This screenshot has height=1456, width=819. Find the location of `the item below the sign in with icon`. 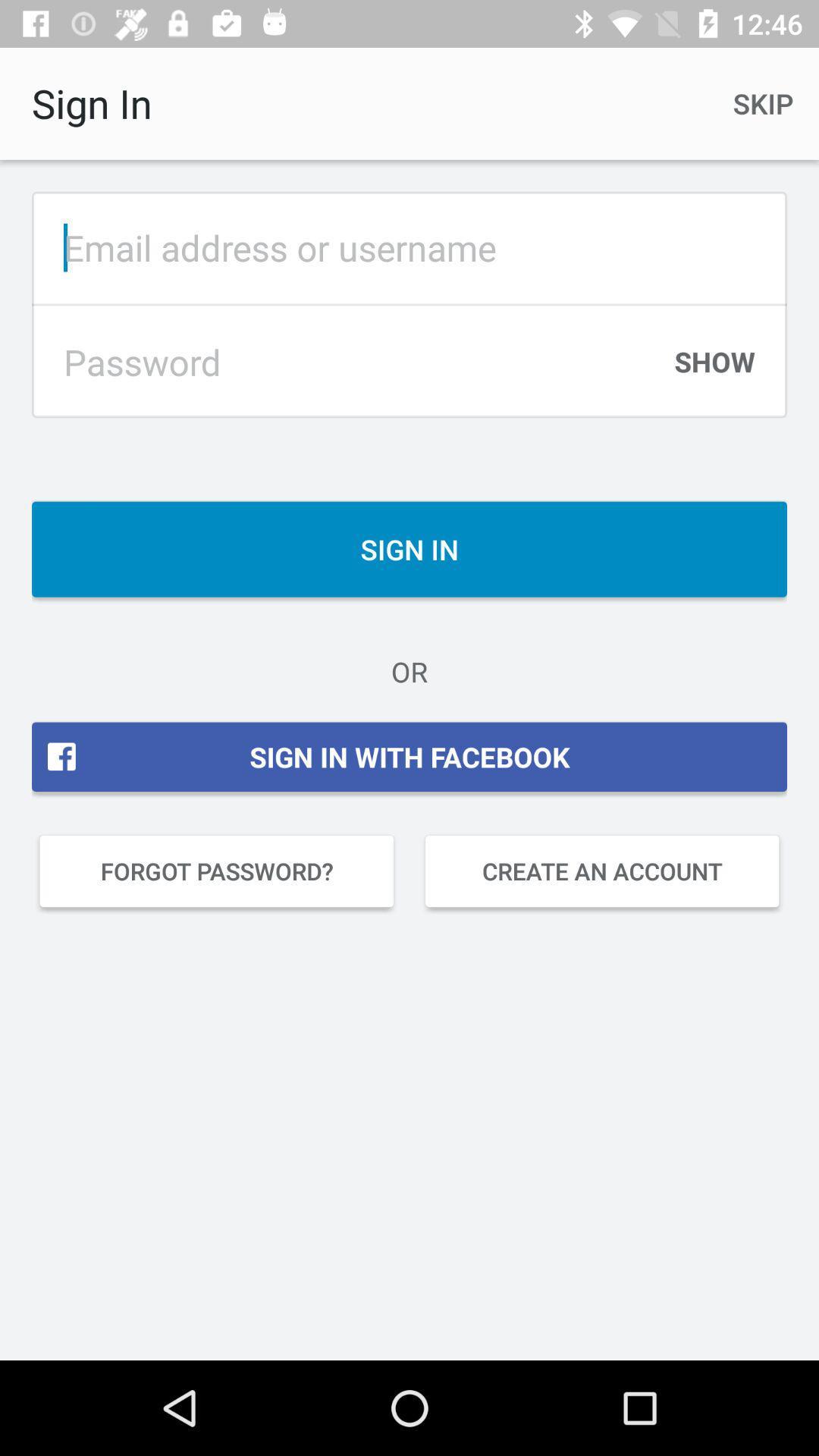

the item below the sign in with icon is located at coordinates (601, 871).